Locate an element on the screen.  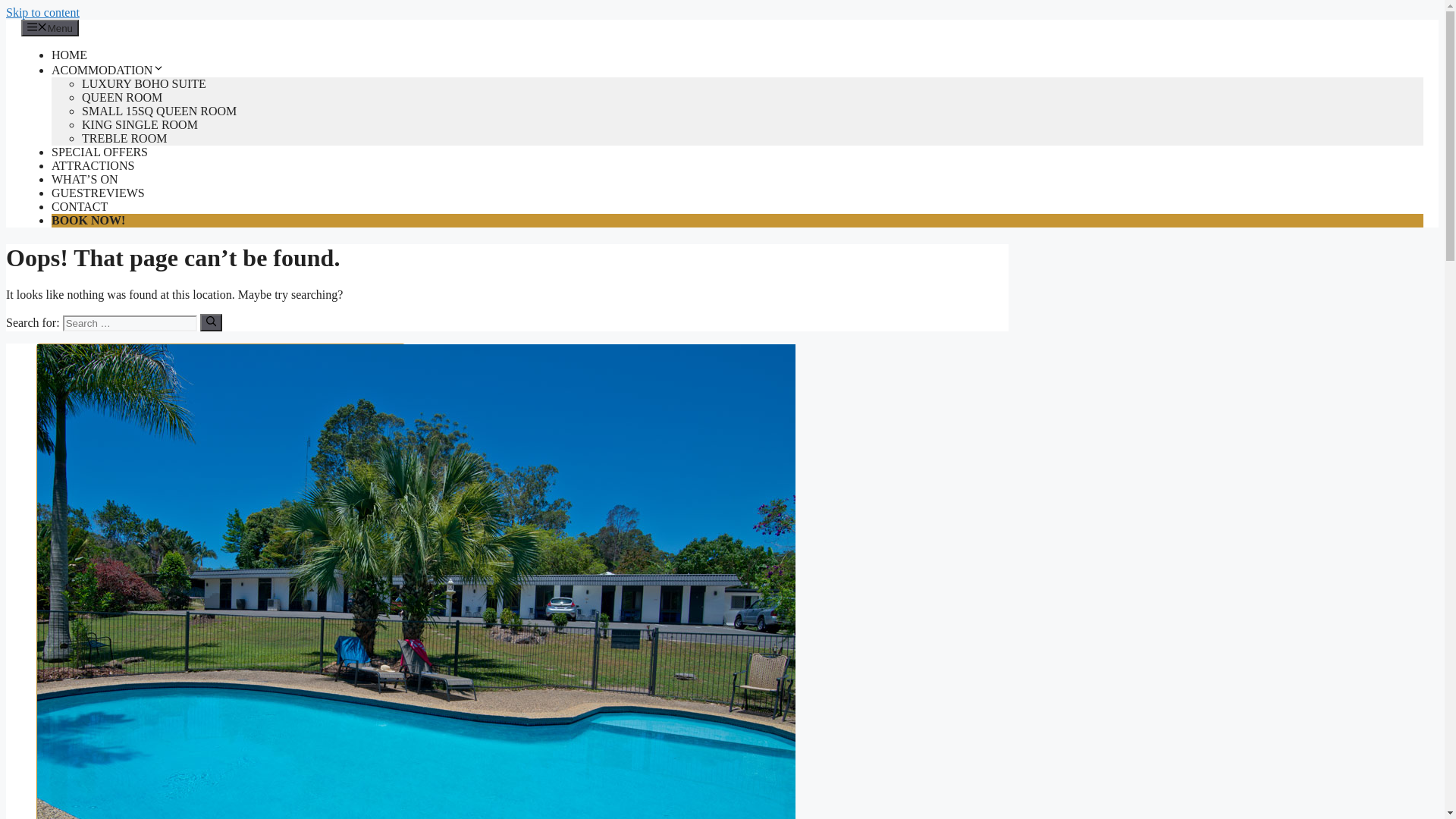
'BOOK NOW!' is located at coordinates (87, 220).